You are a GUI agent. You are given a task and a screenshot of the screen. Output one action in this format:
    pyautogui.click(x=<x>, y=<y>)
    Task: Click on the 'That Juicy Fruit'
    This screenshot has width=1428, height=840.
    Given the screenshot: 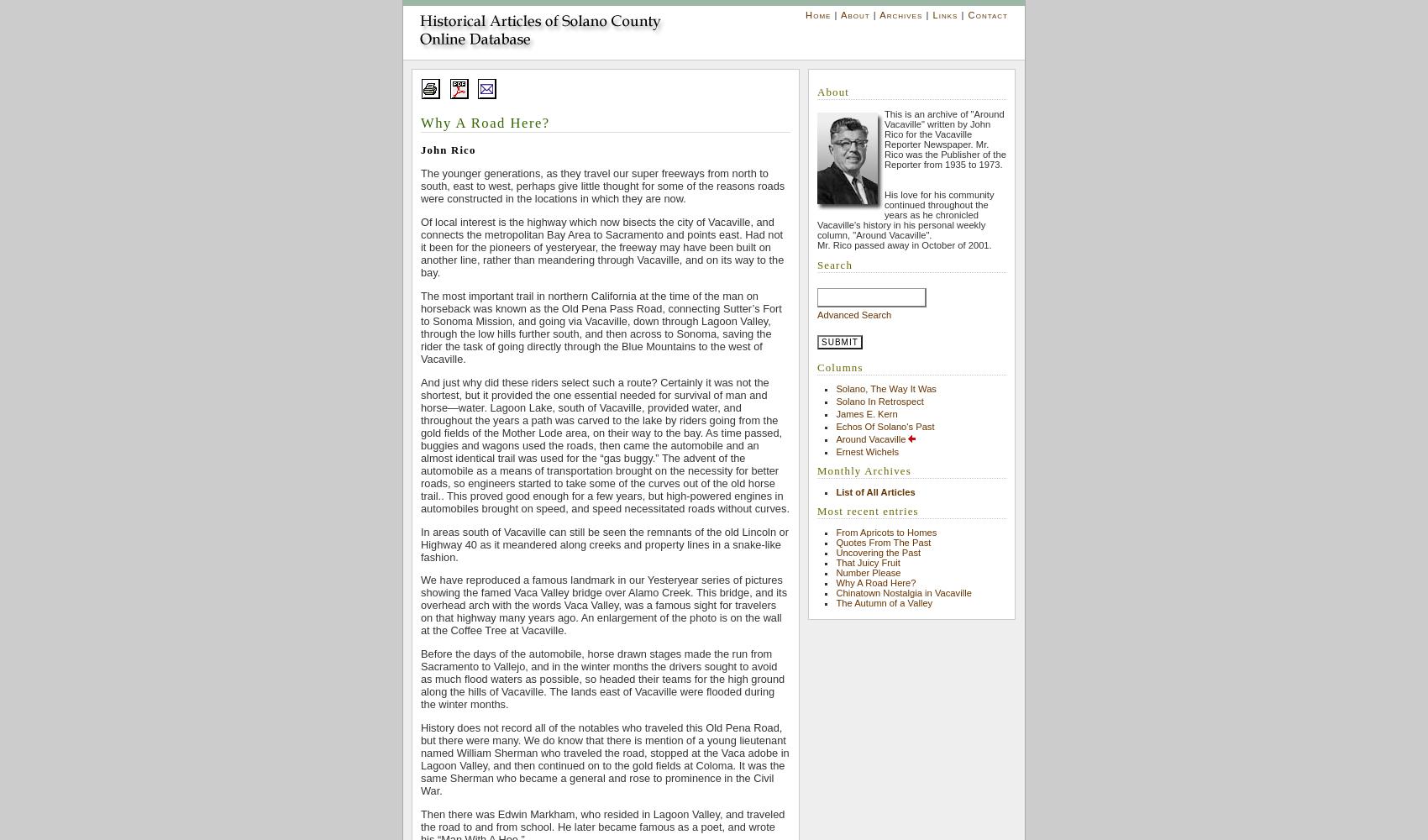 What is the action you would take?
    pyautogui.click(x=835, y=562)
    